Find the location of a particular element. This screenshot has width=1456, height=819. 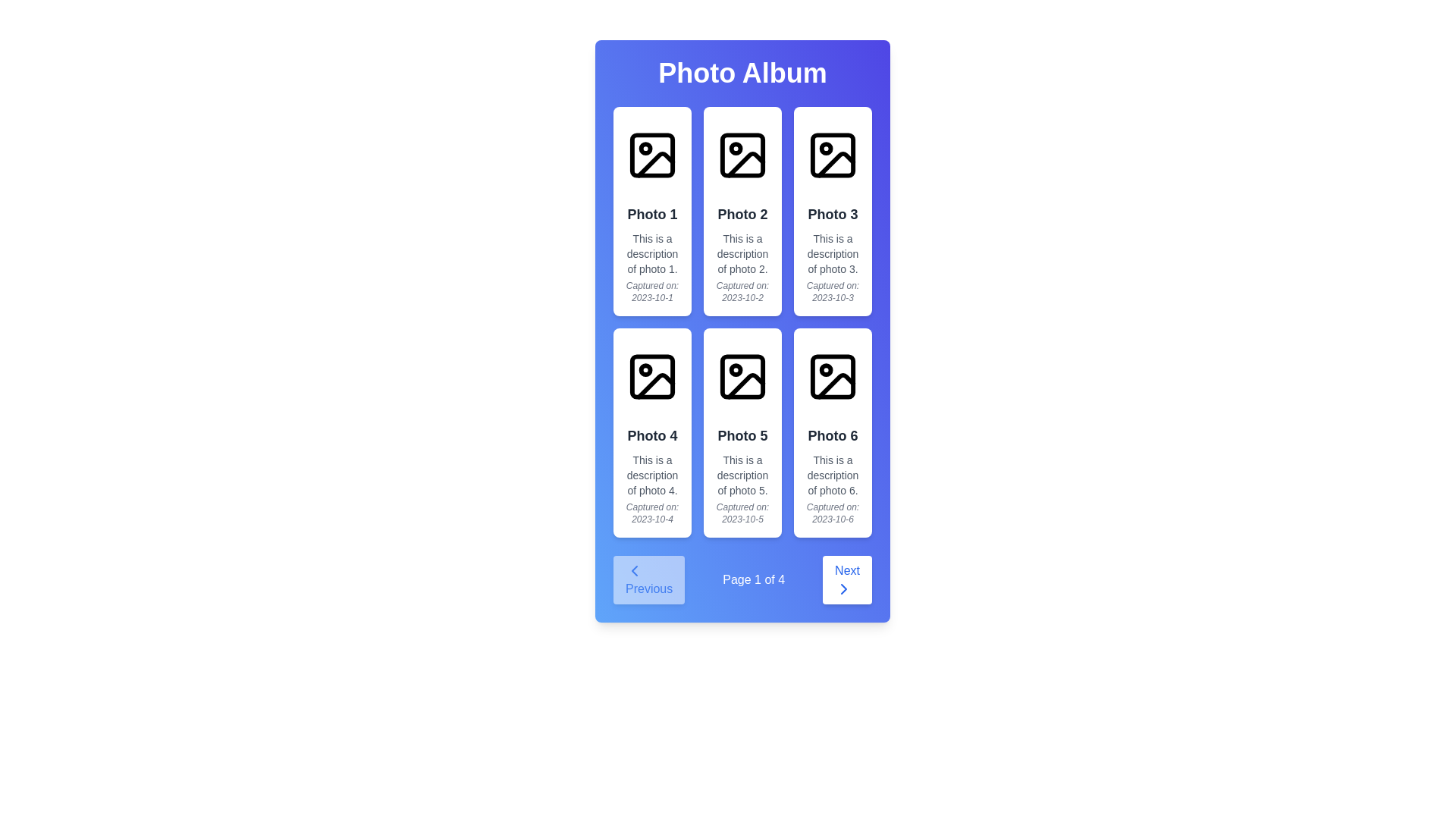

the Iconographic component, which is part of the graphic icon in the bottom-left image of the layout, featuring a diagonal line intersecting a triangular structure in black stroke style is located at coordinates (655, 385).